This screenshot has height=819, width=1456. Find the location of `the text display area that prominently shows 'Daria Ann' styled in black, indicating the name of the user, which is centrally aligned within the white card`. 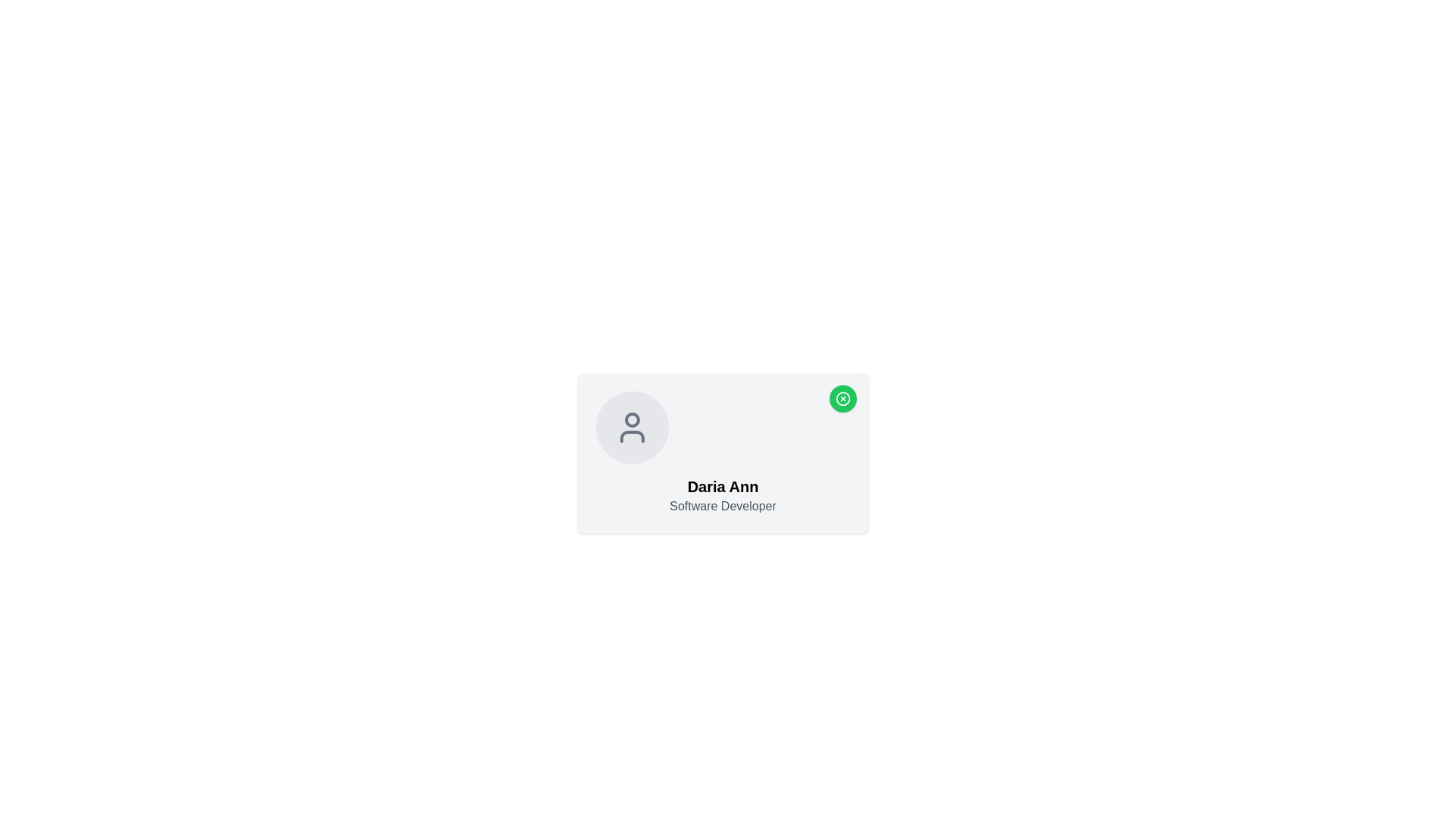

the text display area that prominently shows 'Daria Ann' styled in black, indicating the name of the user, which is centrally aligned within the white card is located at coordinates (722, 496).